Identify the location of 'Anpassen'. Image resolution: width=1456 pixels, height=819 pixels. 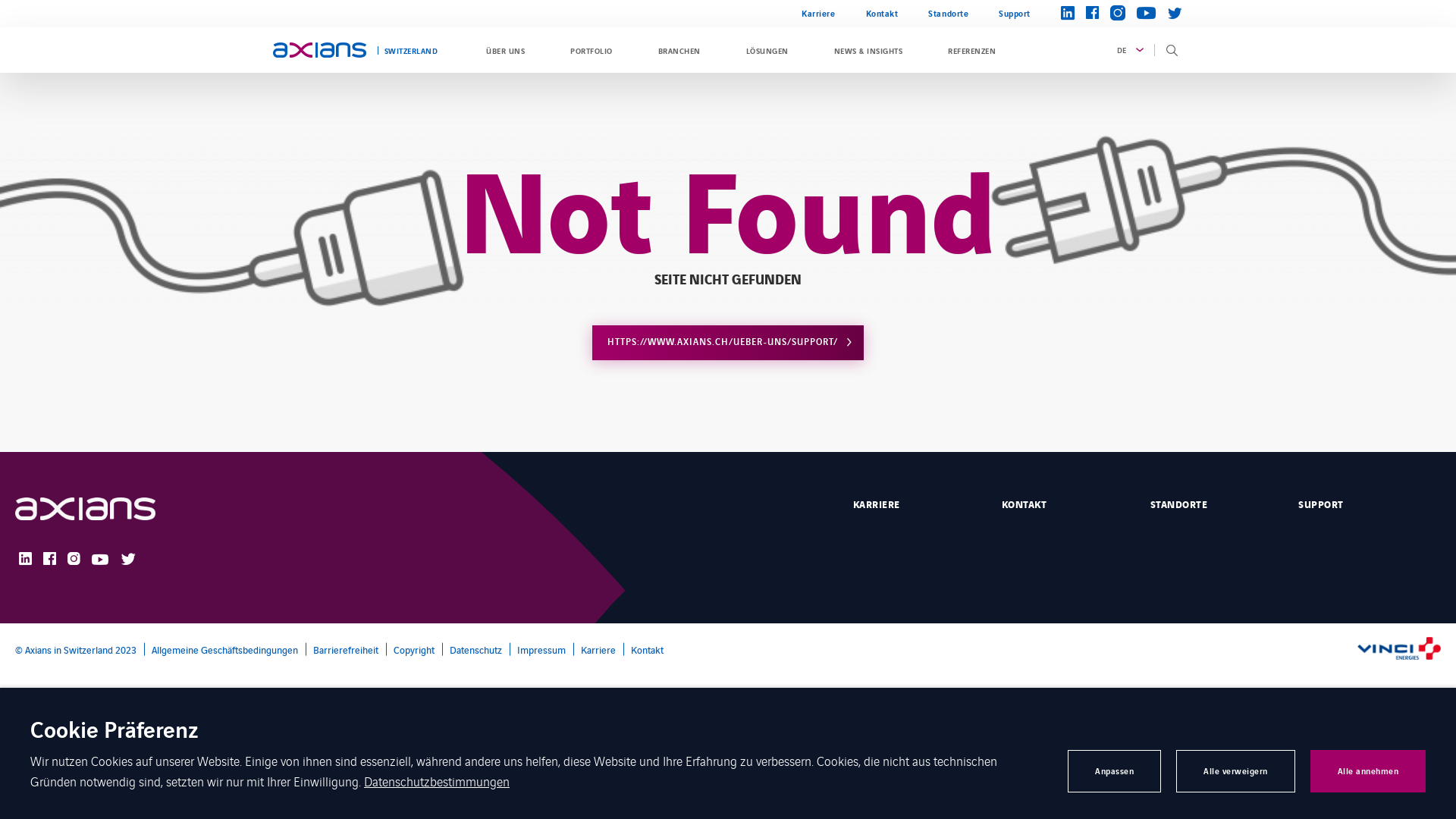
(1114, 771).